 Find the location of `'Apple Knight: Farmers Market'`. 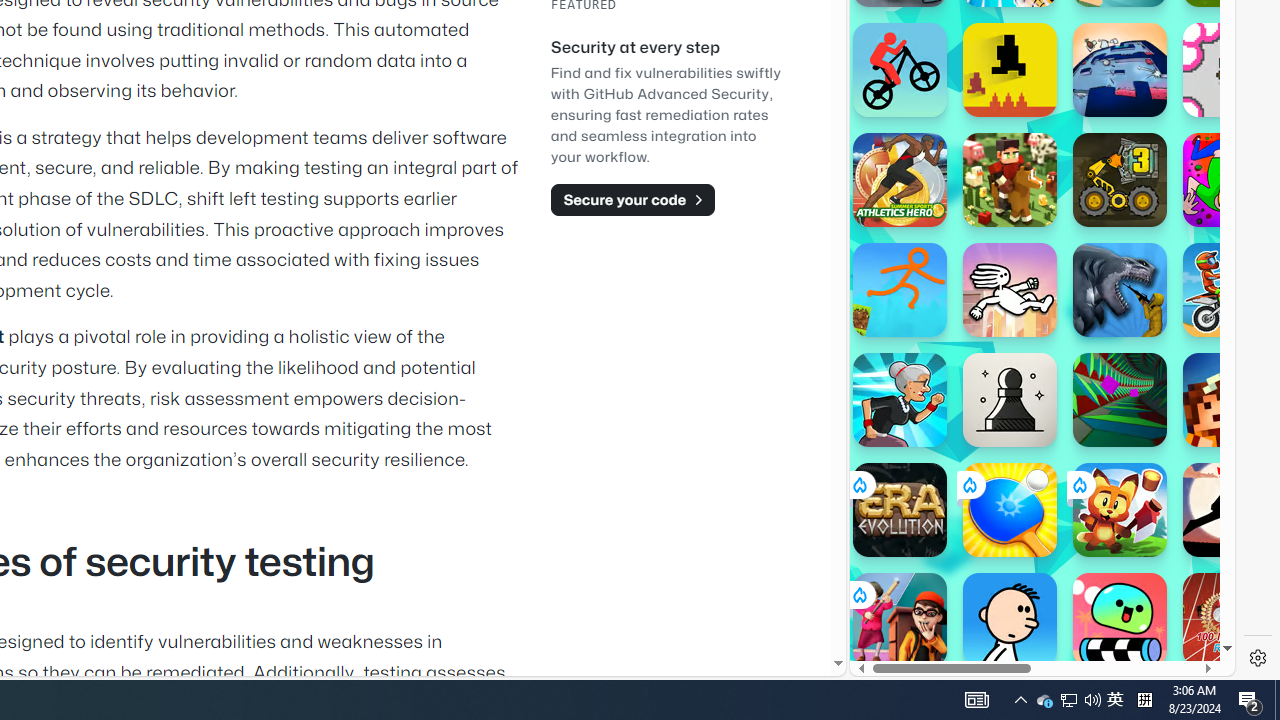

'Apple Knight: Farmers Market' is located at coordinates (1009, 180).